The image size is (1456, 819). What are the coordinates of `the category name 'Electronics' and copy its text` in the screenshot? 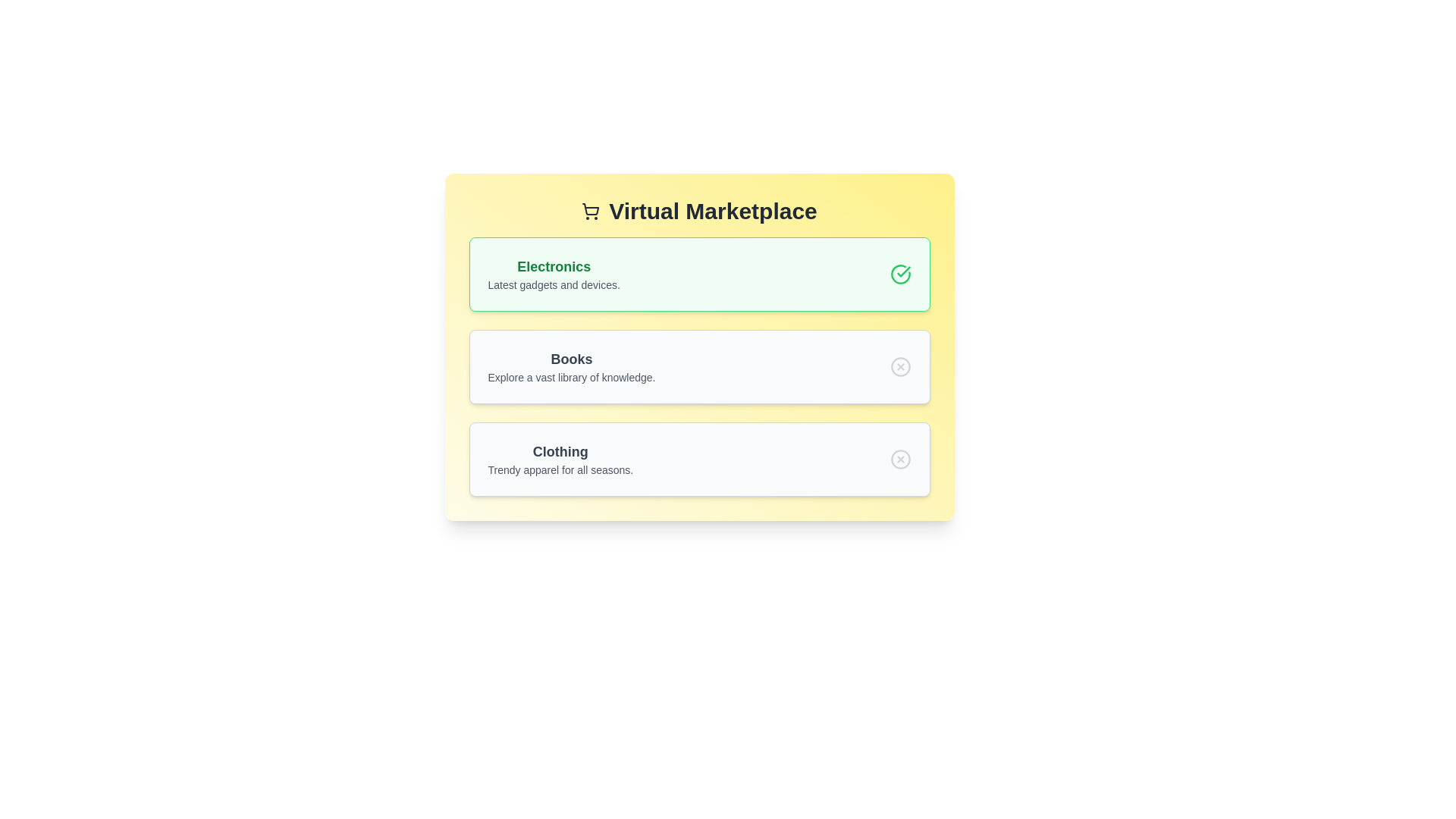 It's located at (552, 265).